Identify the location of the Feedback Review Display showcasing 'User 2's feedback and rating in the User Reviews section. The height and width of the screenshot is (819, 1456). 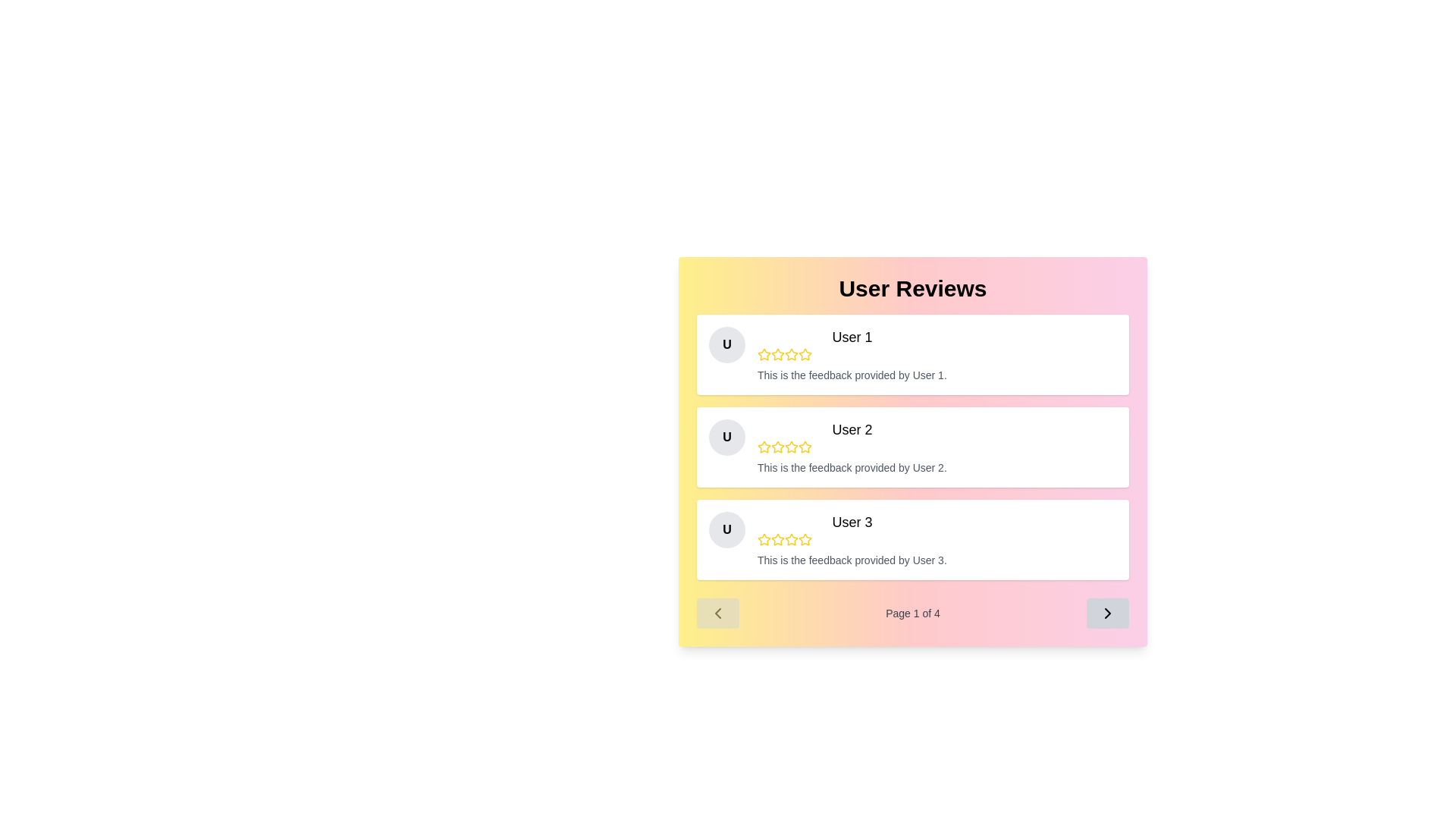
(852, 447).